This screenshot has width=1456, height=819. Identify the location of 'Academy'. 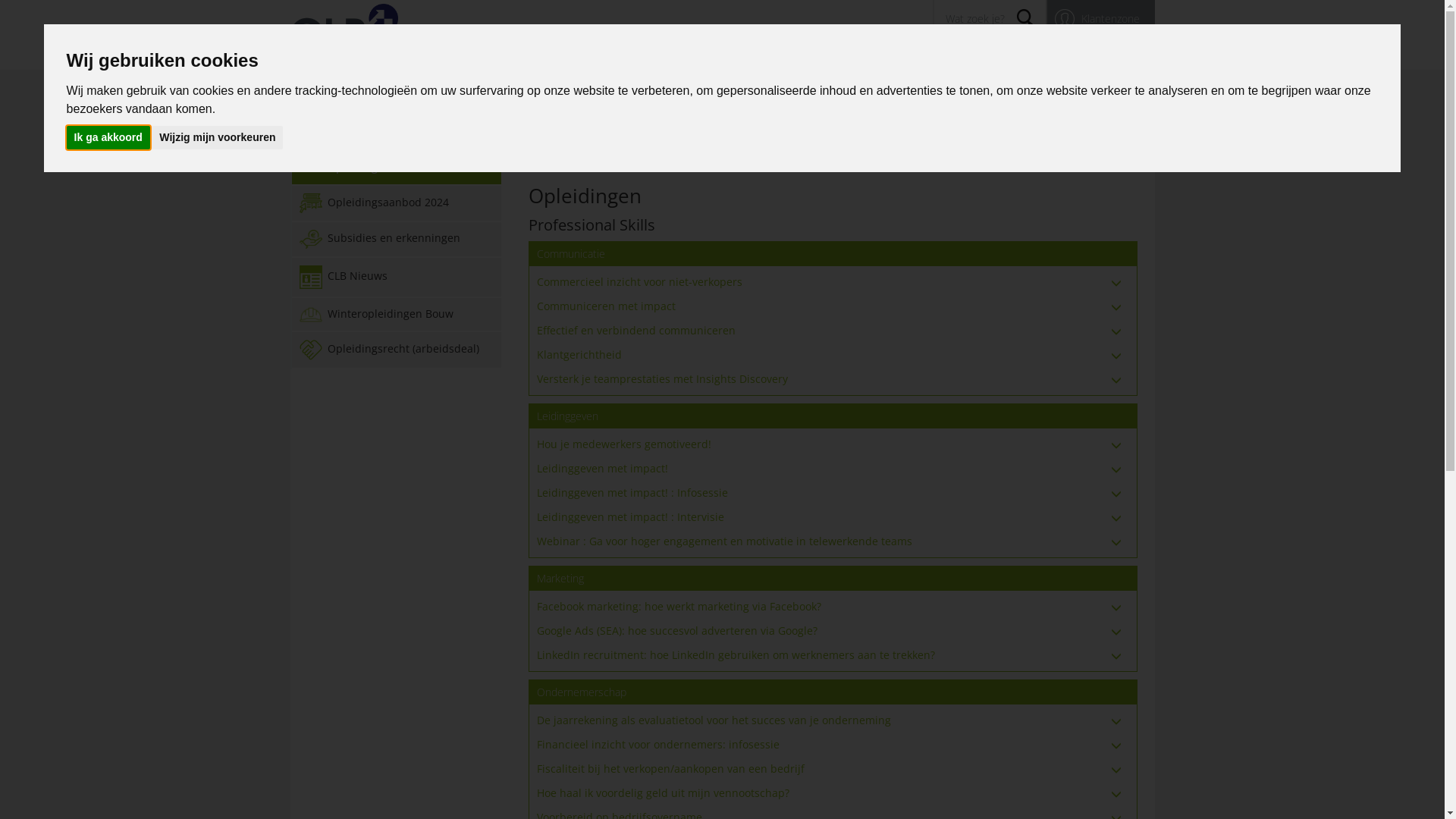
(382, 130).